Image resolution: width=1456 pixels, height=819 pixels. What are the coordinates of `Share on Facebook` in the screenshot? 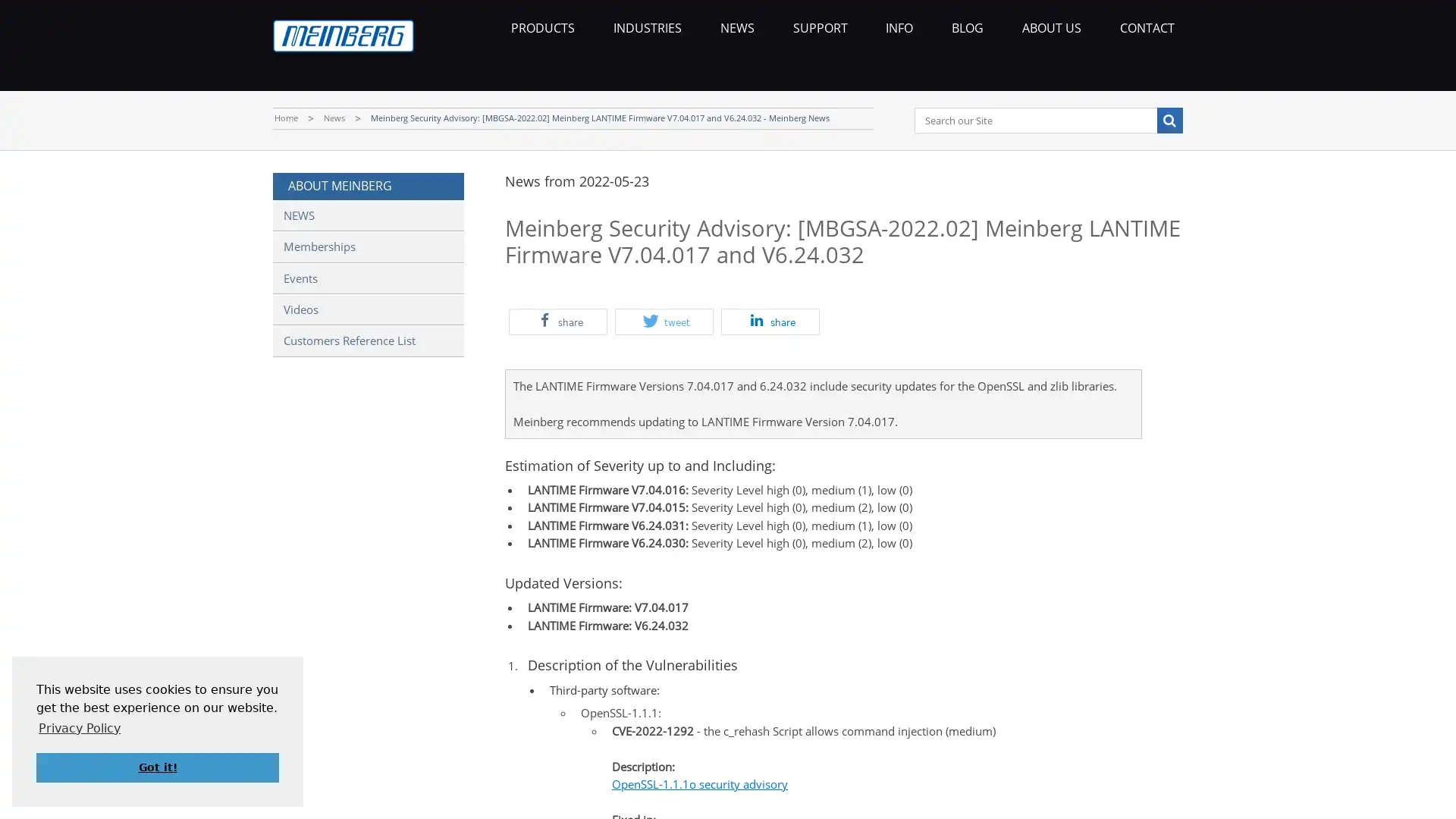 It's located at (557, 321).